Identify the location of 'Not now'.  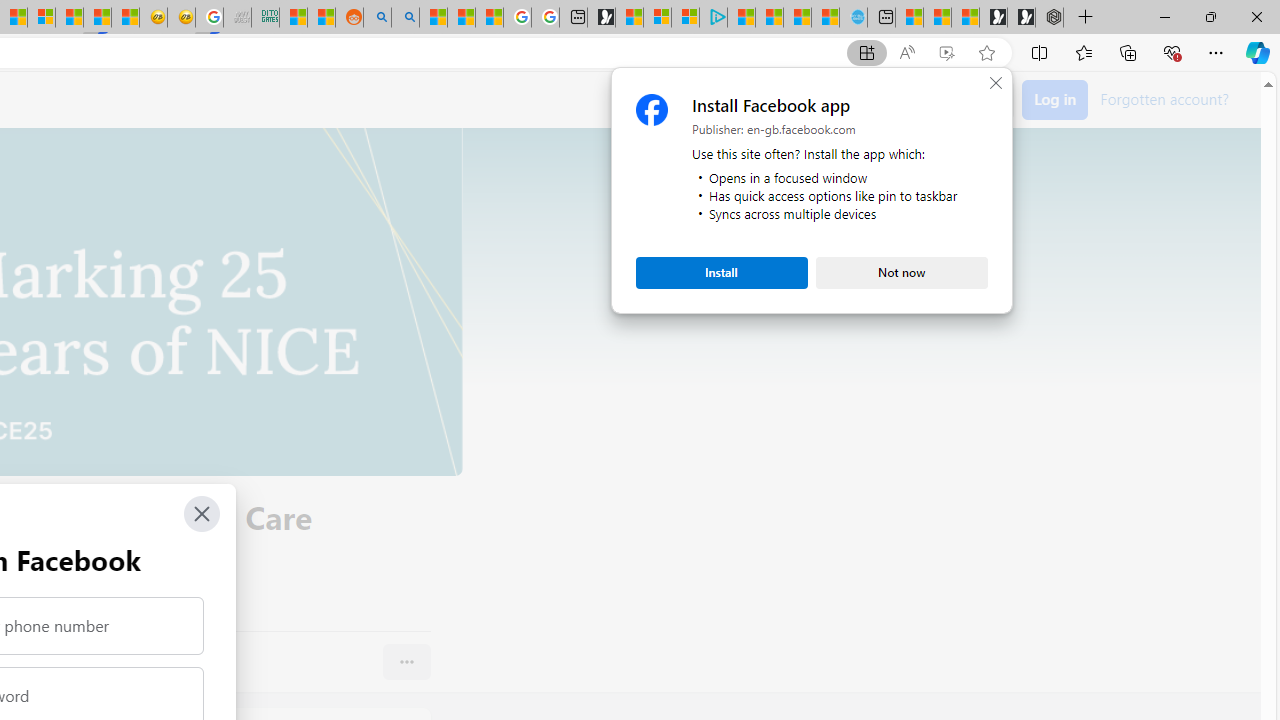
(901, 272).